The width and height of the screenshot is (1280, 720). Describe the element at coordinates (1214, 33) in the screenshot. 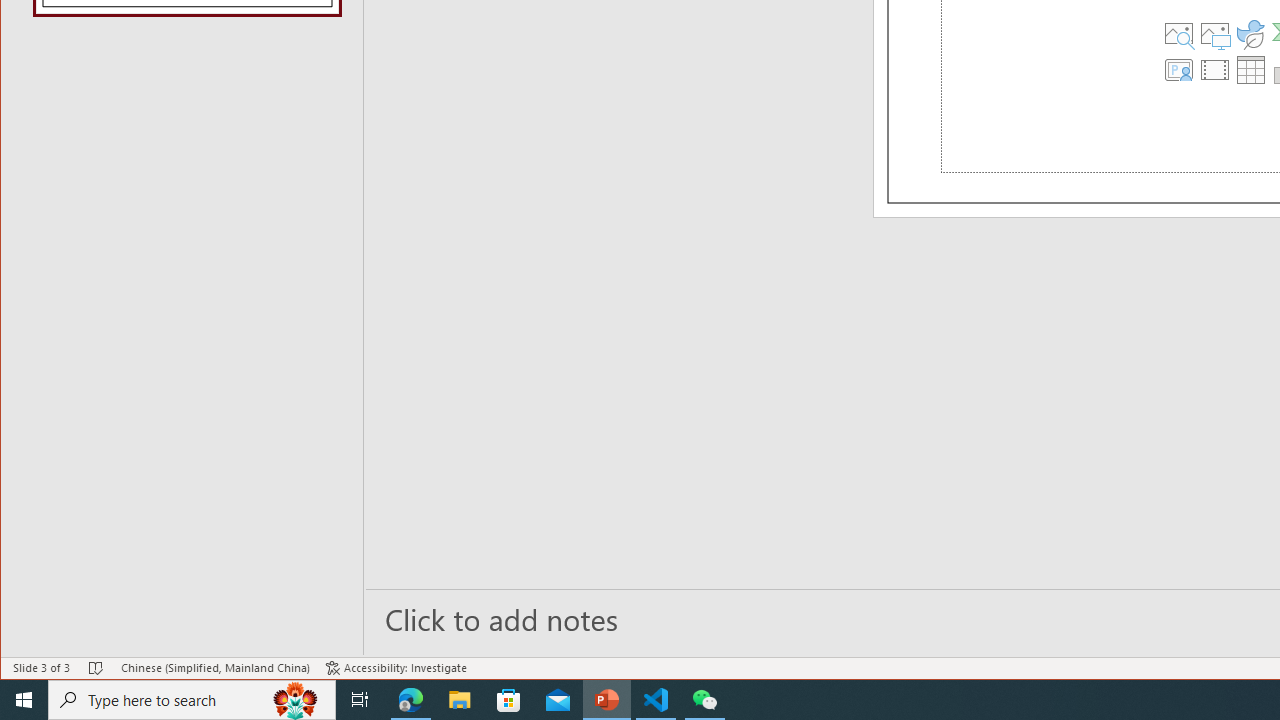

I see `'Pictures'` at that location.